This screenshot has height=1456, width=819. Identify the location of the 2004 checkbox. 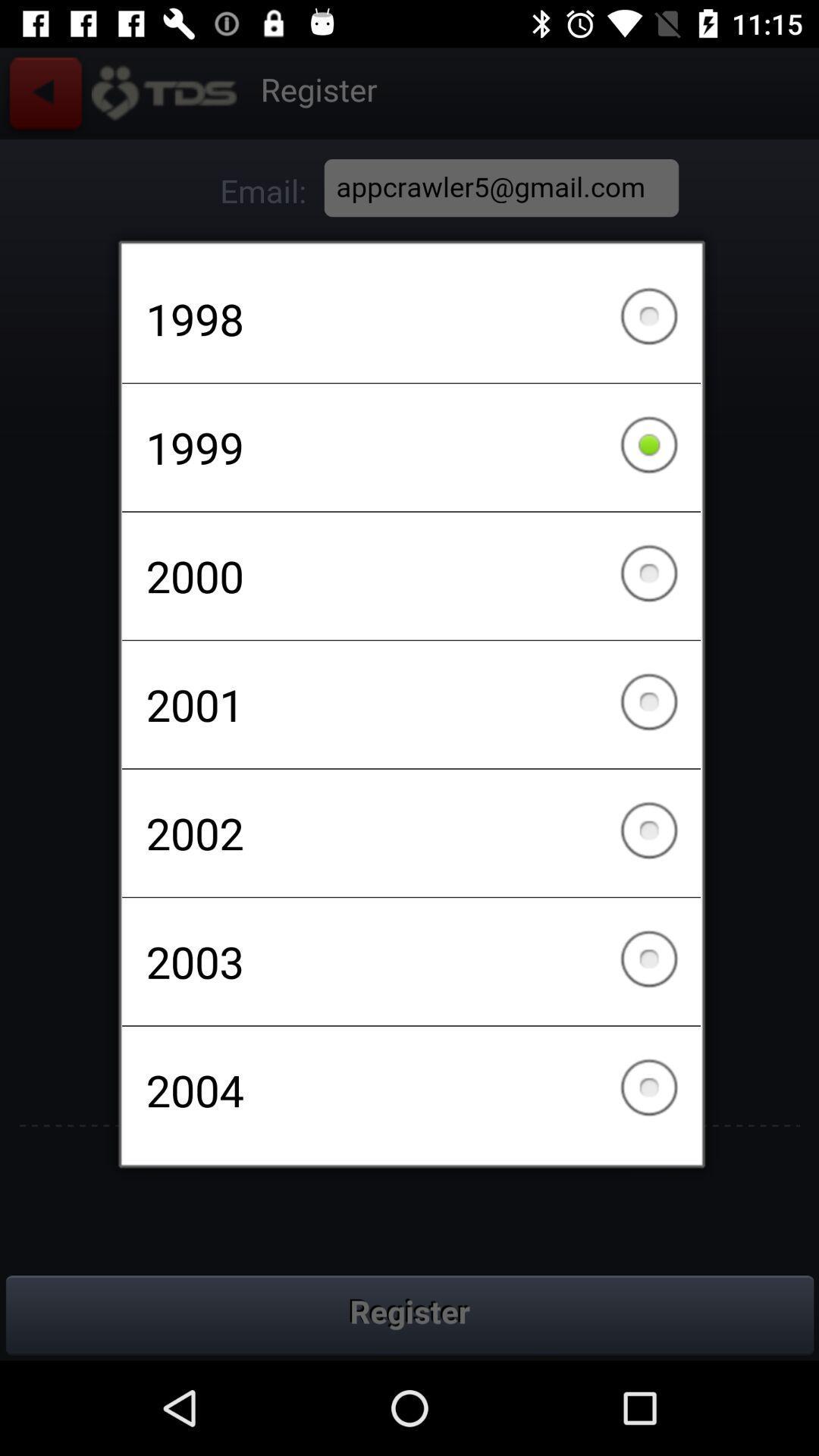
(411, 1089).